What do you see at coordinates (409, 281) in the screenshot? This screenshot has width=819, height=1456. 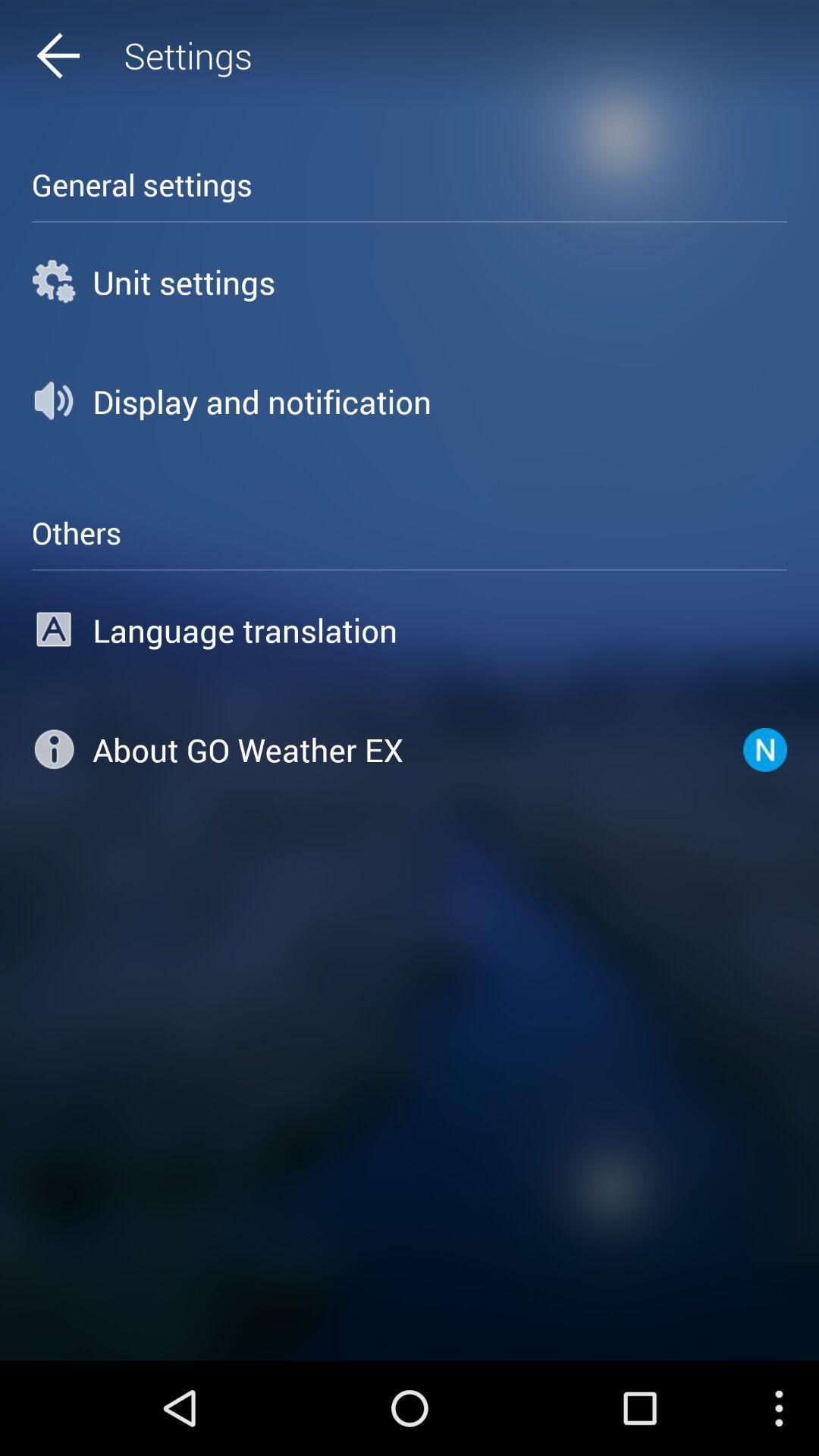 I see `unit settings item` at bounding box center [409, 281].